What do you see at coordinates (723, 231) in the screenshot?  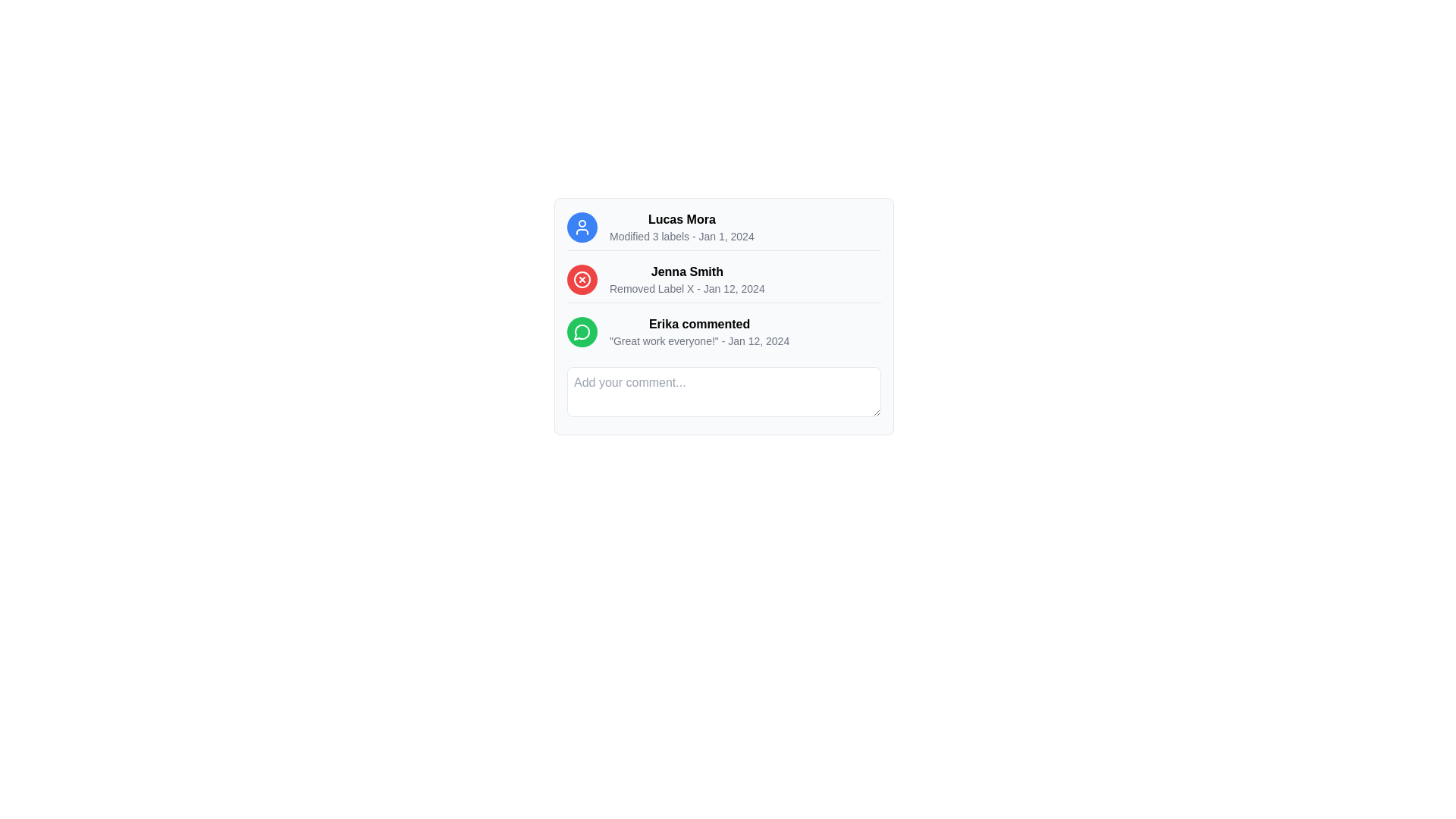 I see `the user activity log entry showing edited labels by 'Lucas Mora' on January 1, 2024` at bounding box center [723, 231].